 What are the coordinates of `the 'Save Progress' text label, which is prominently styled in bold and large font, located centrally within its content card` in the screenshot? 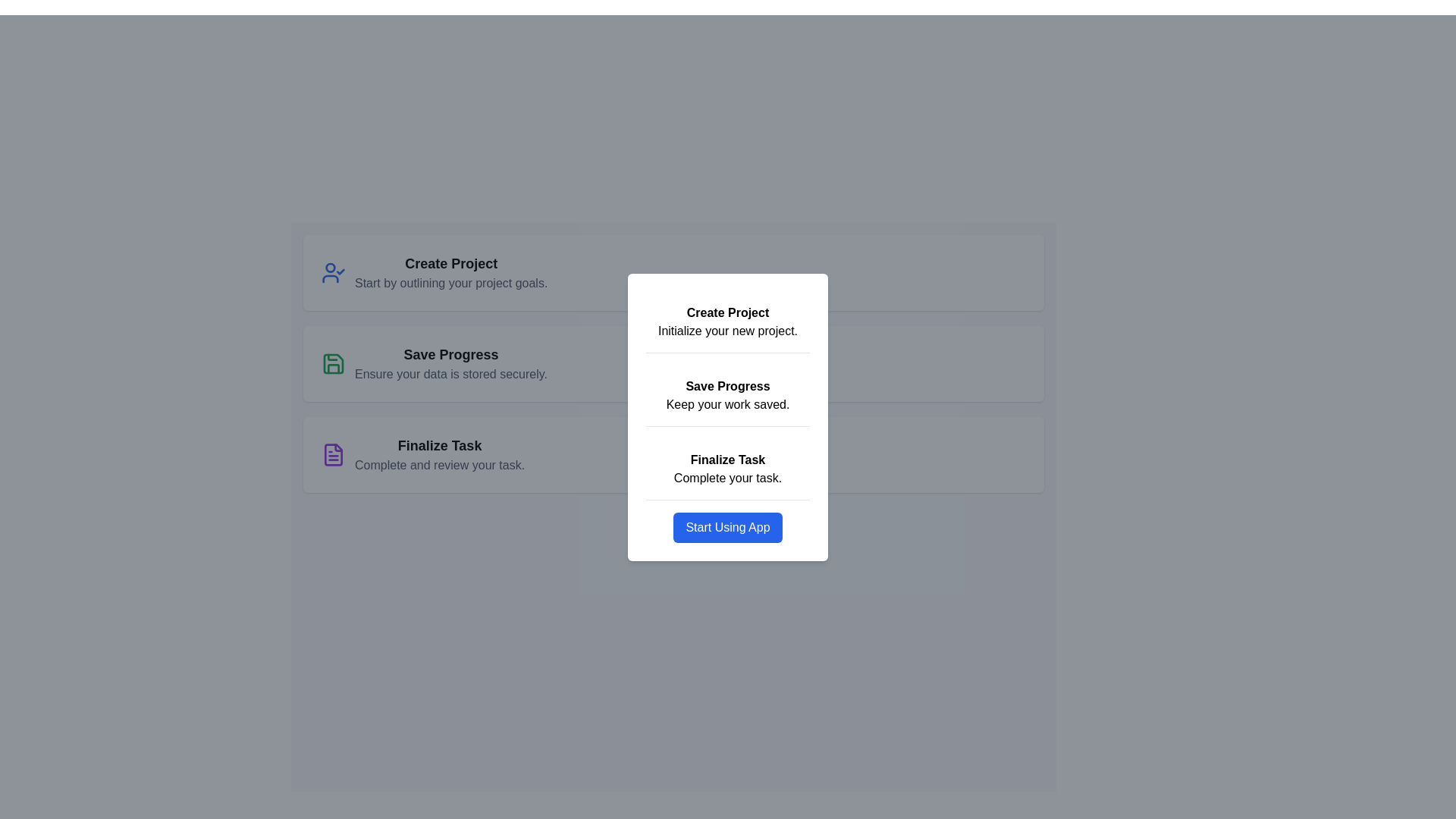 It's located at (450, 354).